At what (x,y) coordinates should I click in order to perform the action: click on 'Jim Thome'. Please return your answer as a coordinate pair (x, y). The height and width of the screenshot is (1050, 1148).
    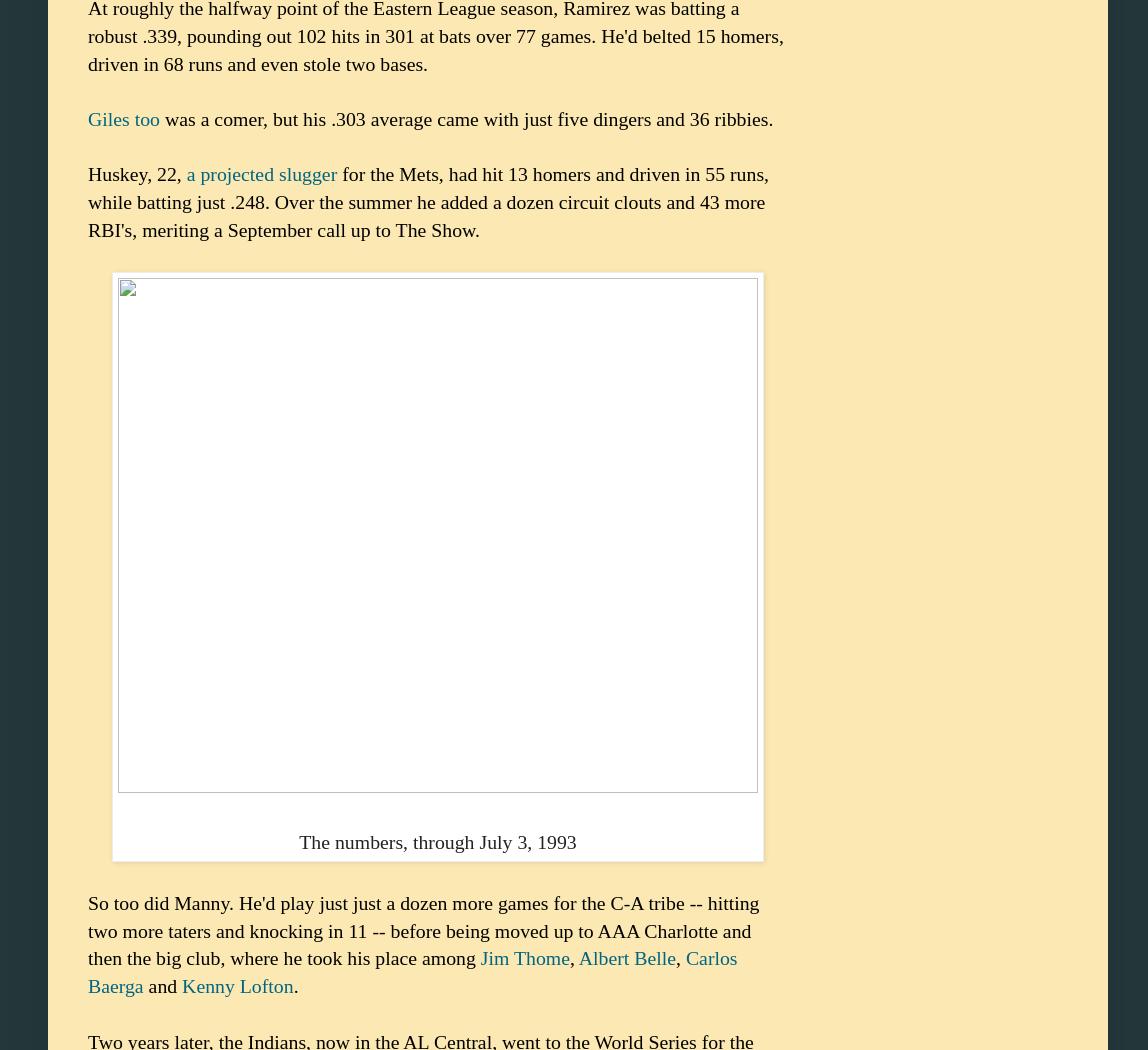
    Looking at the image, I should click on (524, 957).